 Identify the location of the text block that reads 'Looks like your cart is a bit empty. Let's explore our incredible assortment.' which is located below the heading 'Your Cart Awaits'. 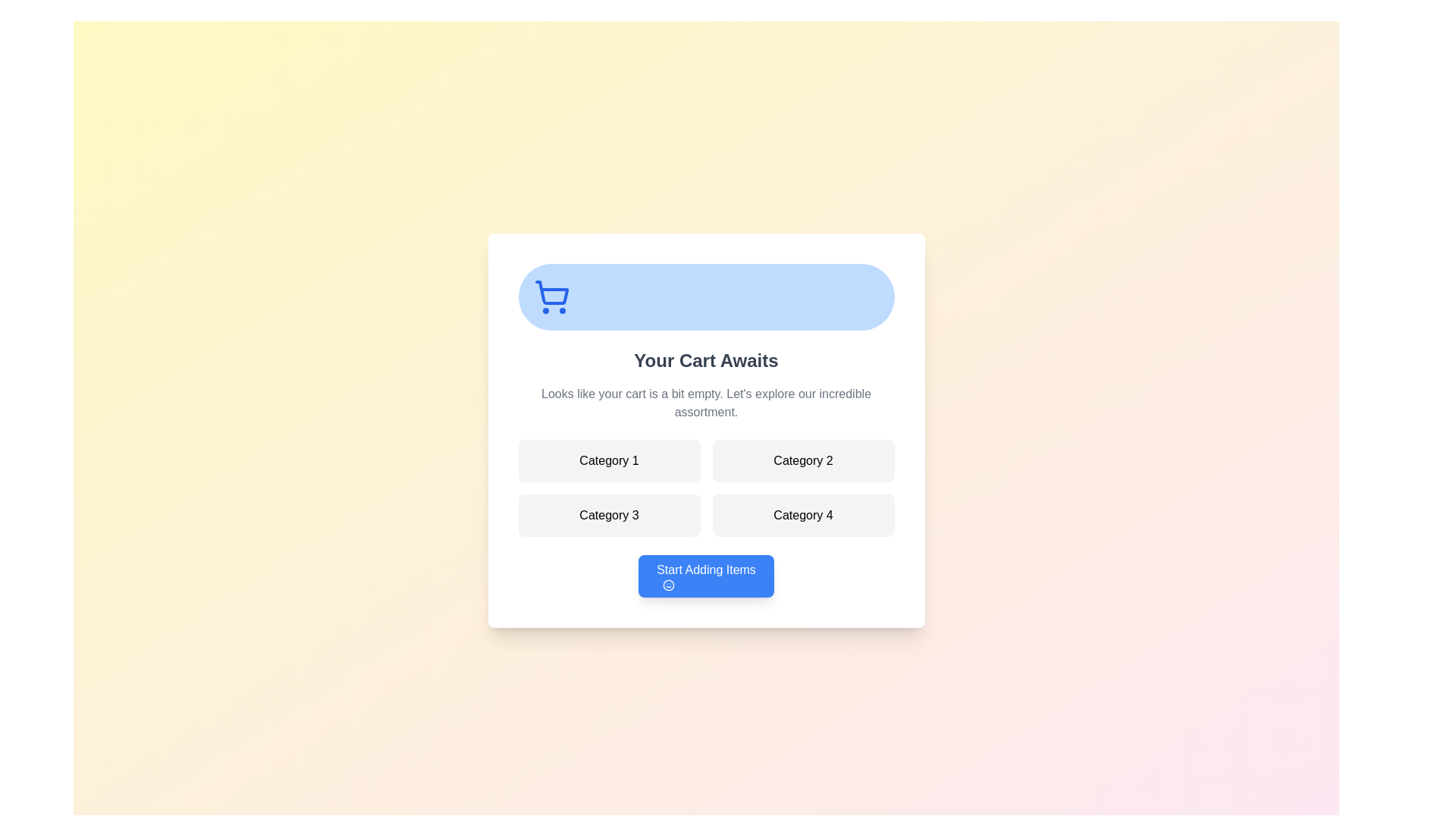
(705, 403).